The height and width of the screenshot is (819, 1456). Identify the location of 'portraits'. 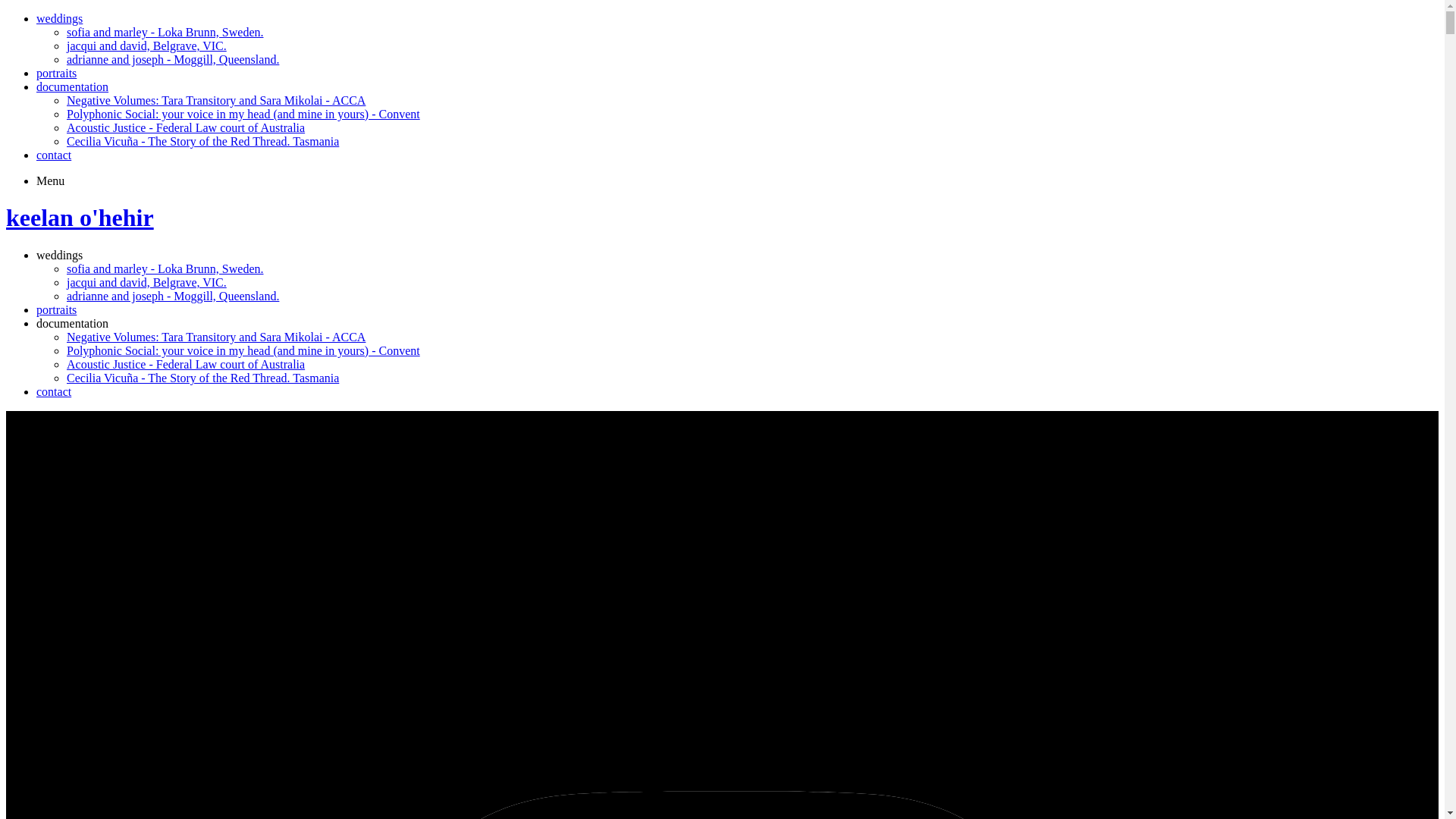
(56, 309).